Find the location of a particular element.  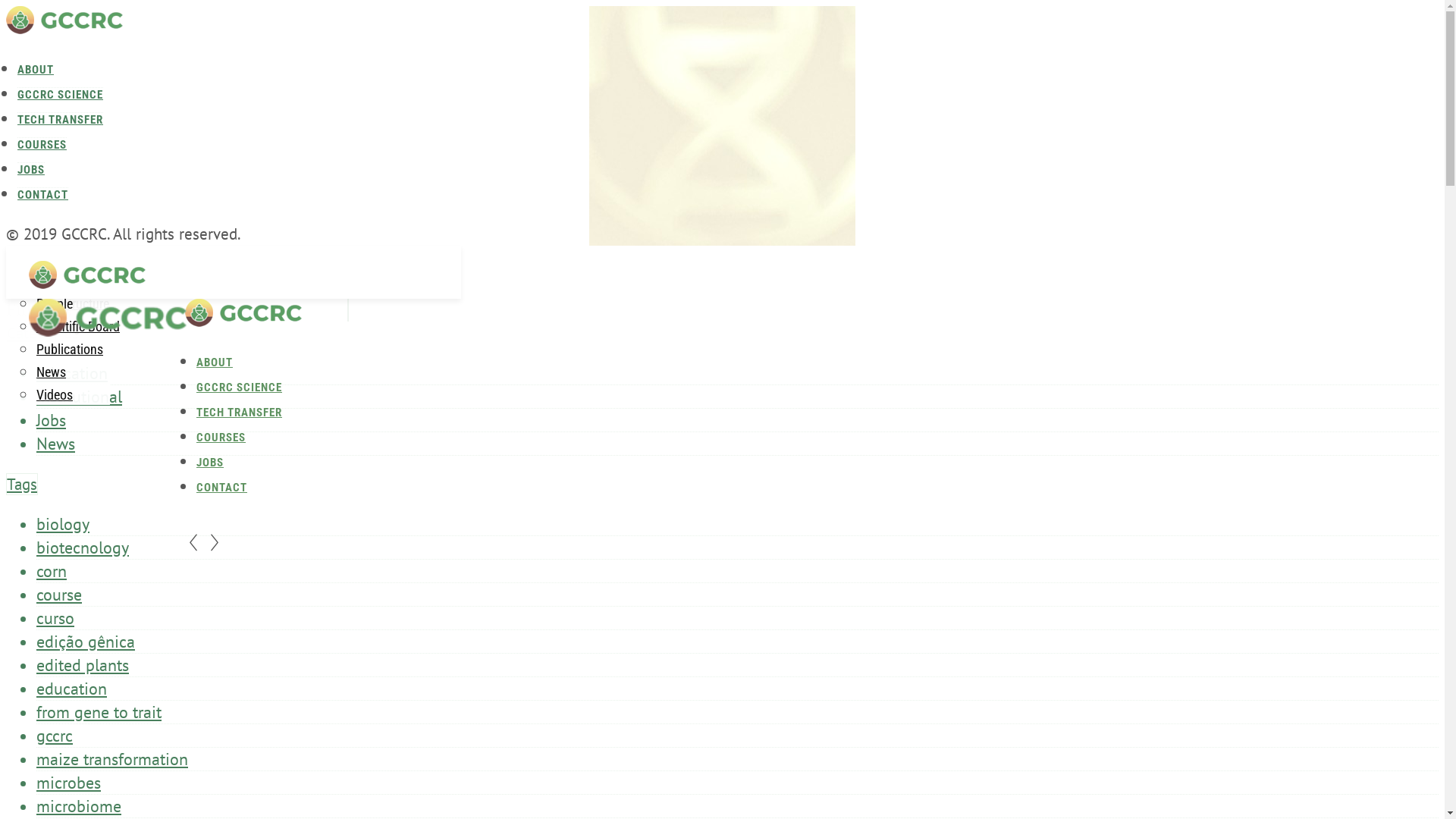

'Scientific Board' is located at coordinates (77, 325).